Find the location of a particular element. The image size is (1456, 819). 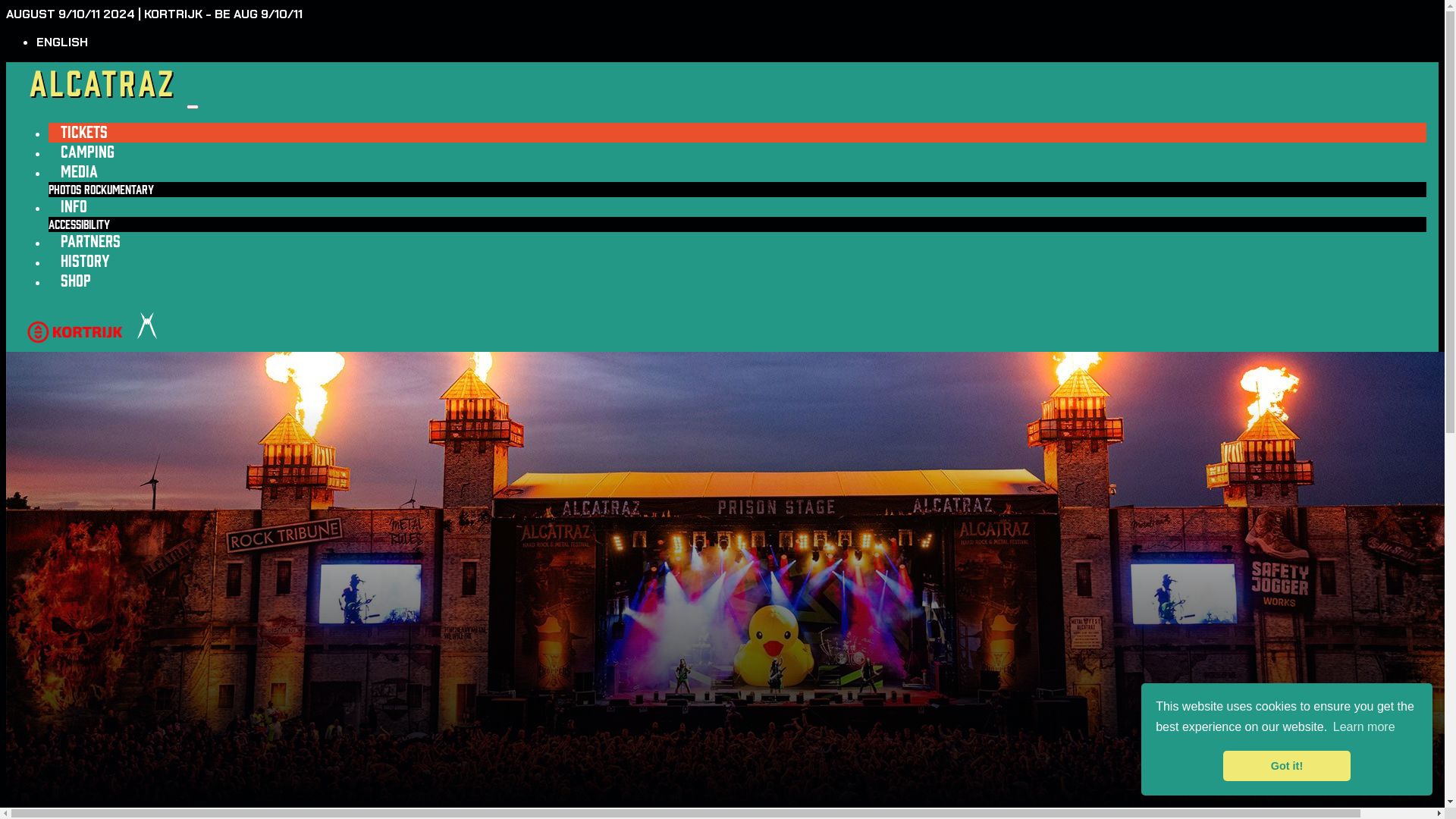

'SHOP' is located at coordinates (75, 281).